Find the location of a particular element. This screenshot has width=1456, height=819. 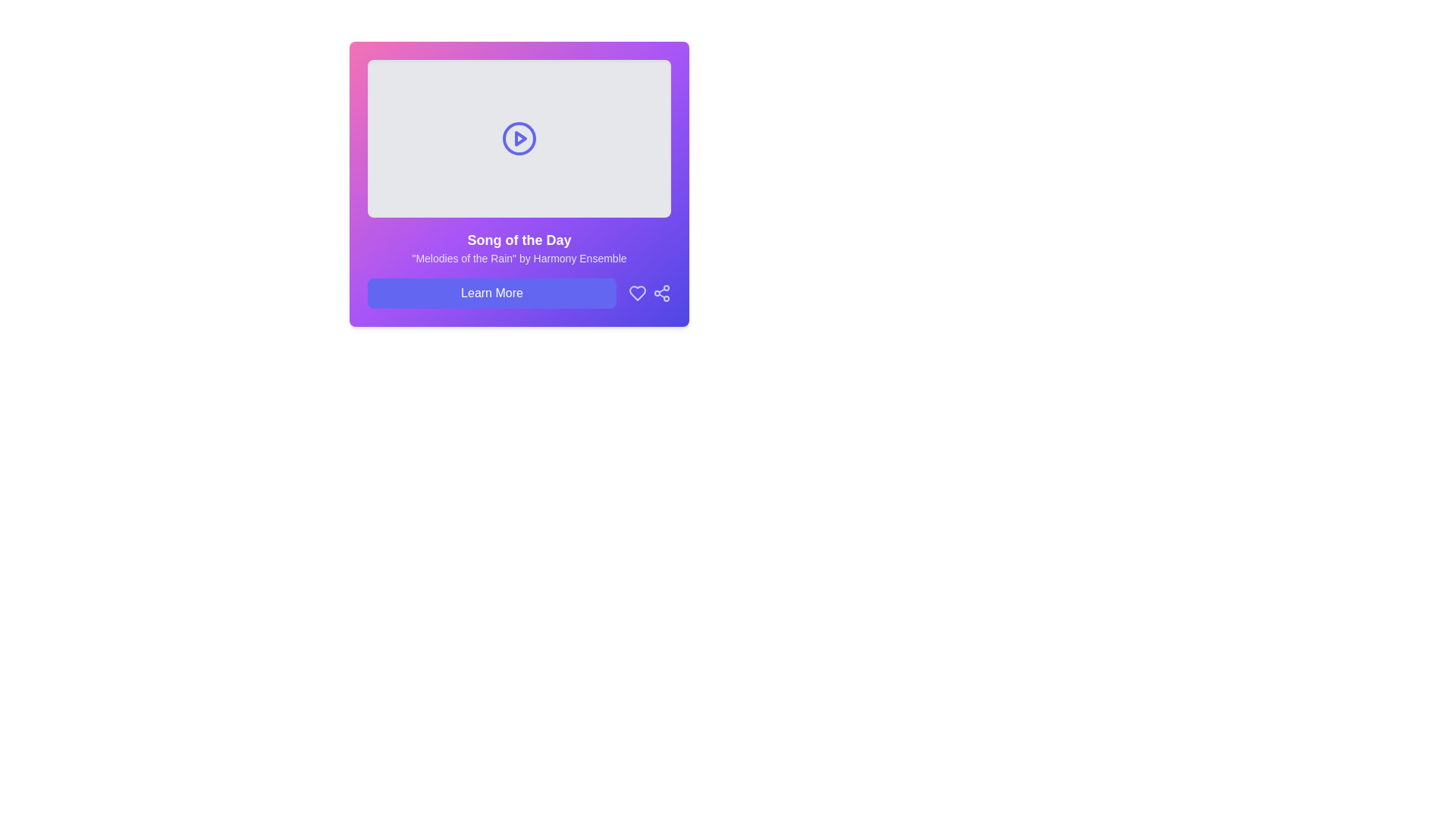

the static text displaying "Melodies of the Rain" by Harmony Ensemble, which is located below the bold title "Song of the Day" and is centered in a card-like layout with a gradient purple background is located at coordinates (519, 257).